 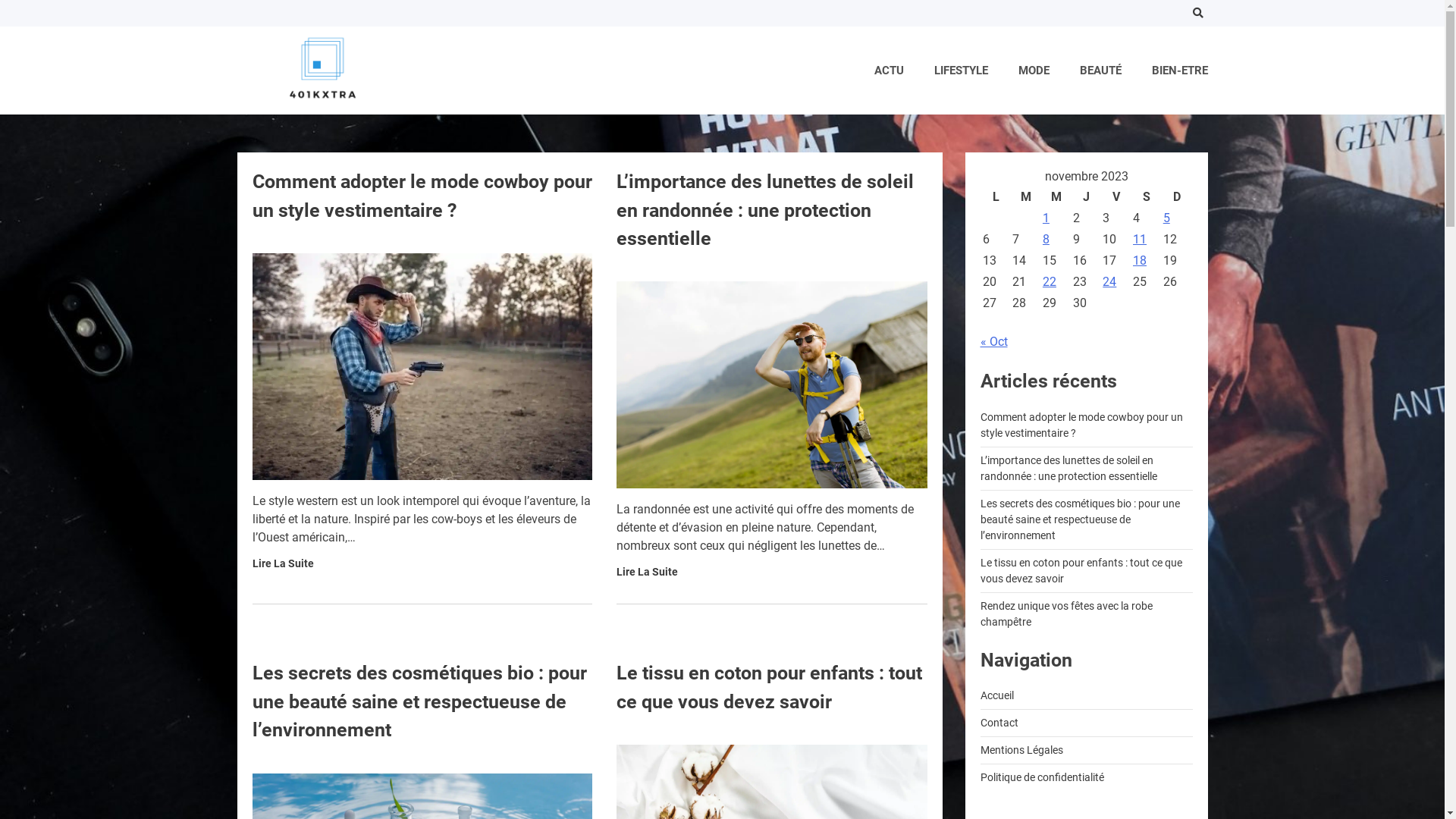 I want to click on 'Comment adopter le mode cowboy pour un style vestimentaire ?', so click(x=422, y=195).